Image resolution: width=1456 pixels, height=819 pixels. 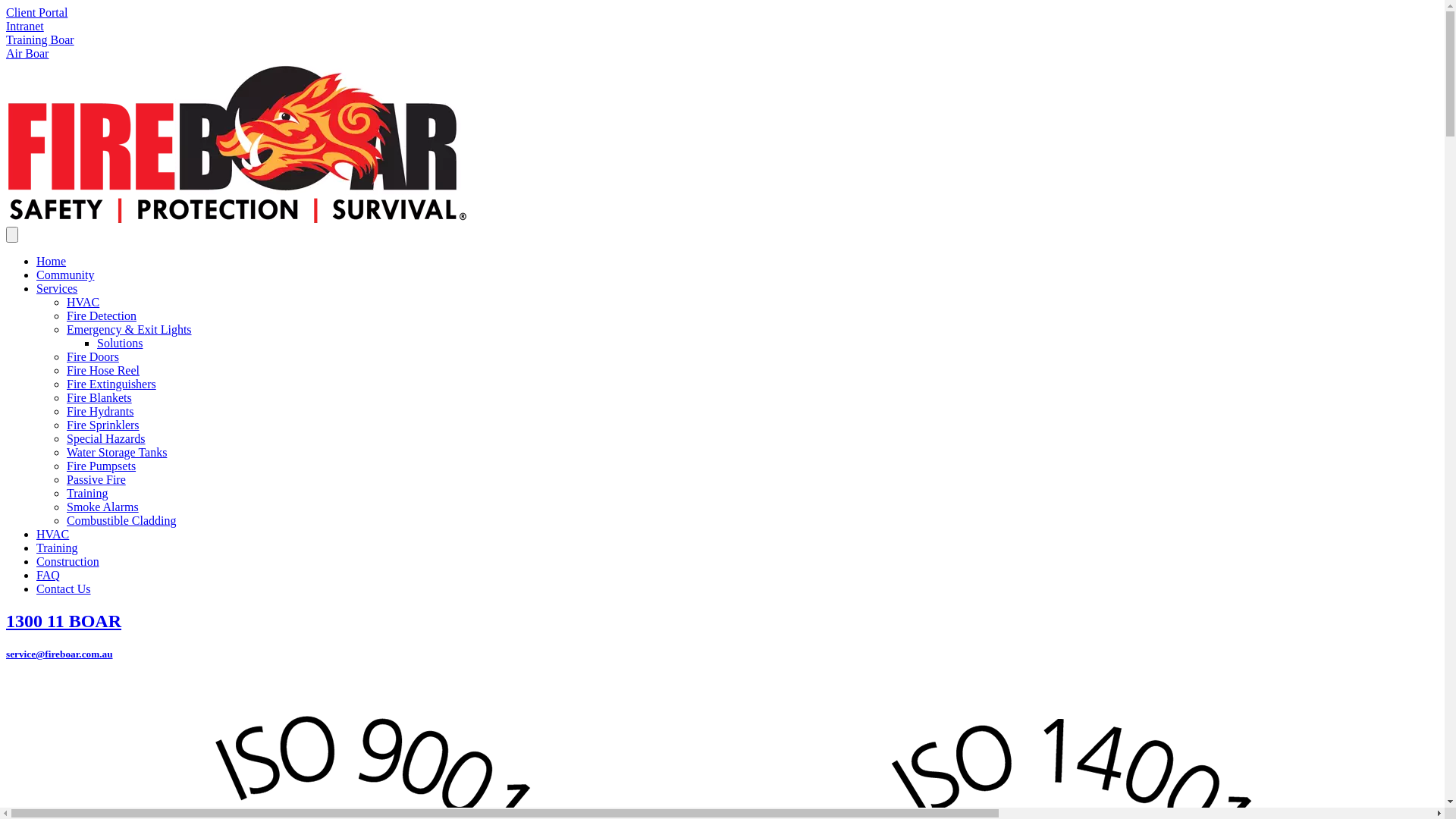 What do you see at coordinates (65, 356) in the screenshot?
I see `'Fire Doors'` at bounding box center [65, 356].